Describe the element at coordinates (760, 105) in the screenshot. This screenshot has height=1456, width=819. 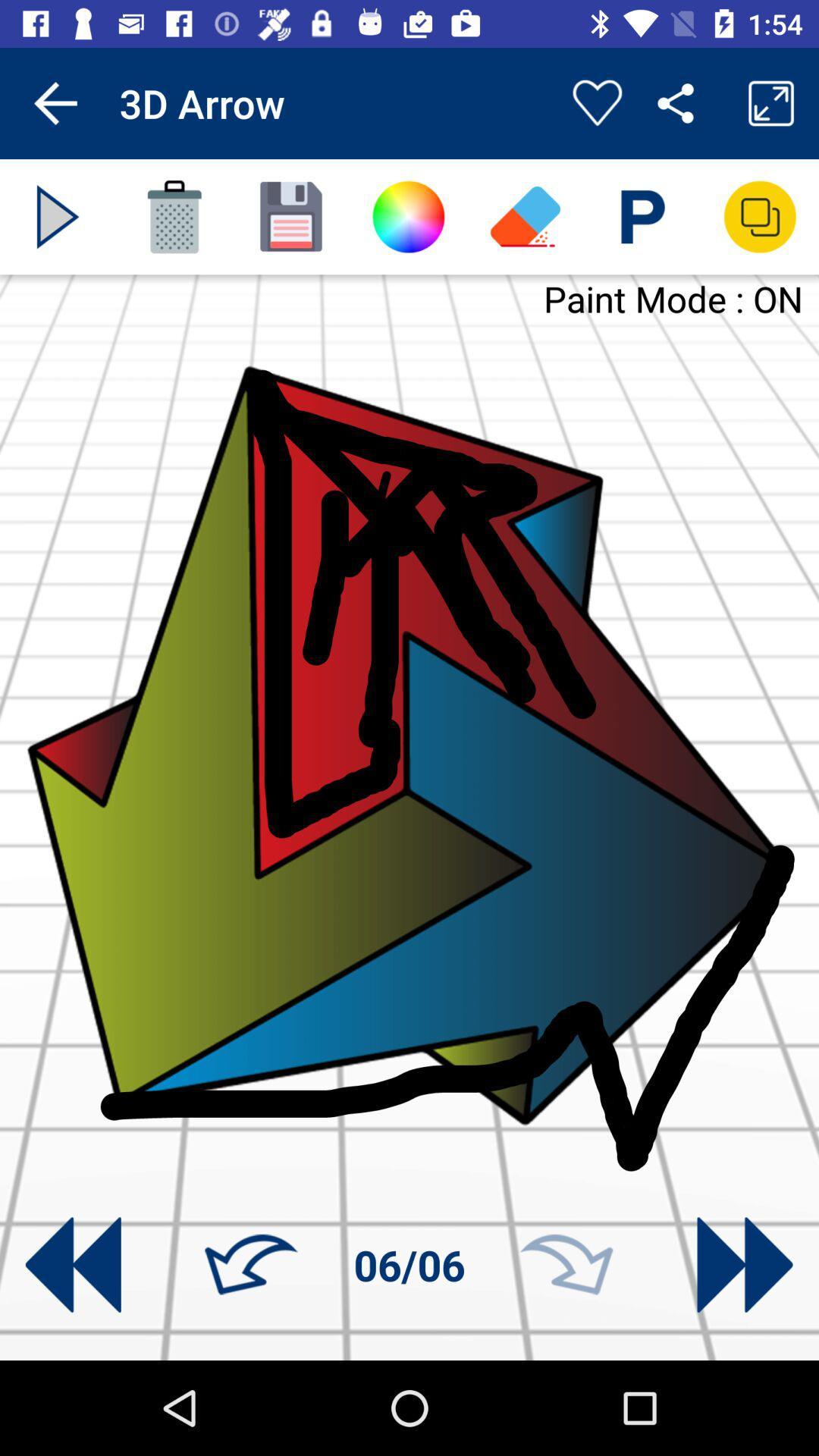
I see `the fullscreen icon` at that location.